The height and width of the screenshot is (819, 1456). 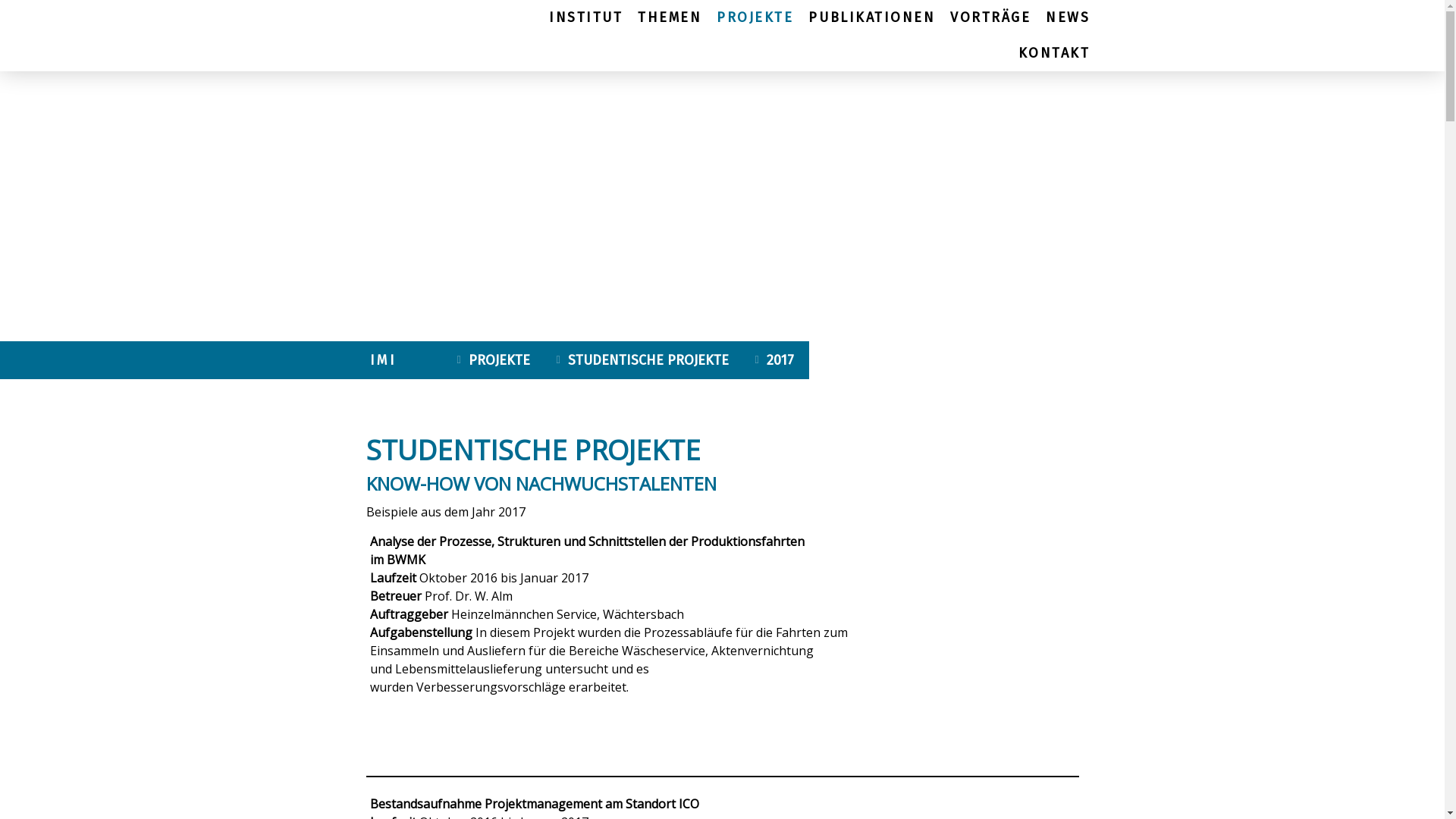 What do you see at coordinates (1066, 17) in the screenshot?
I see `'NEWS'` at bounding box center [1066, 17].